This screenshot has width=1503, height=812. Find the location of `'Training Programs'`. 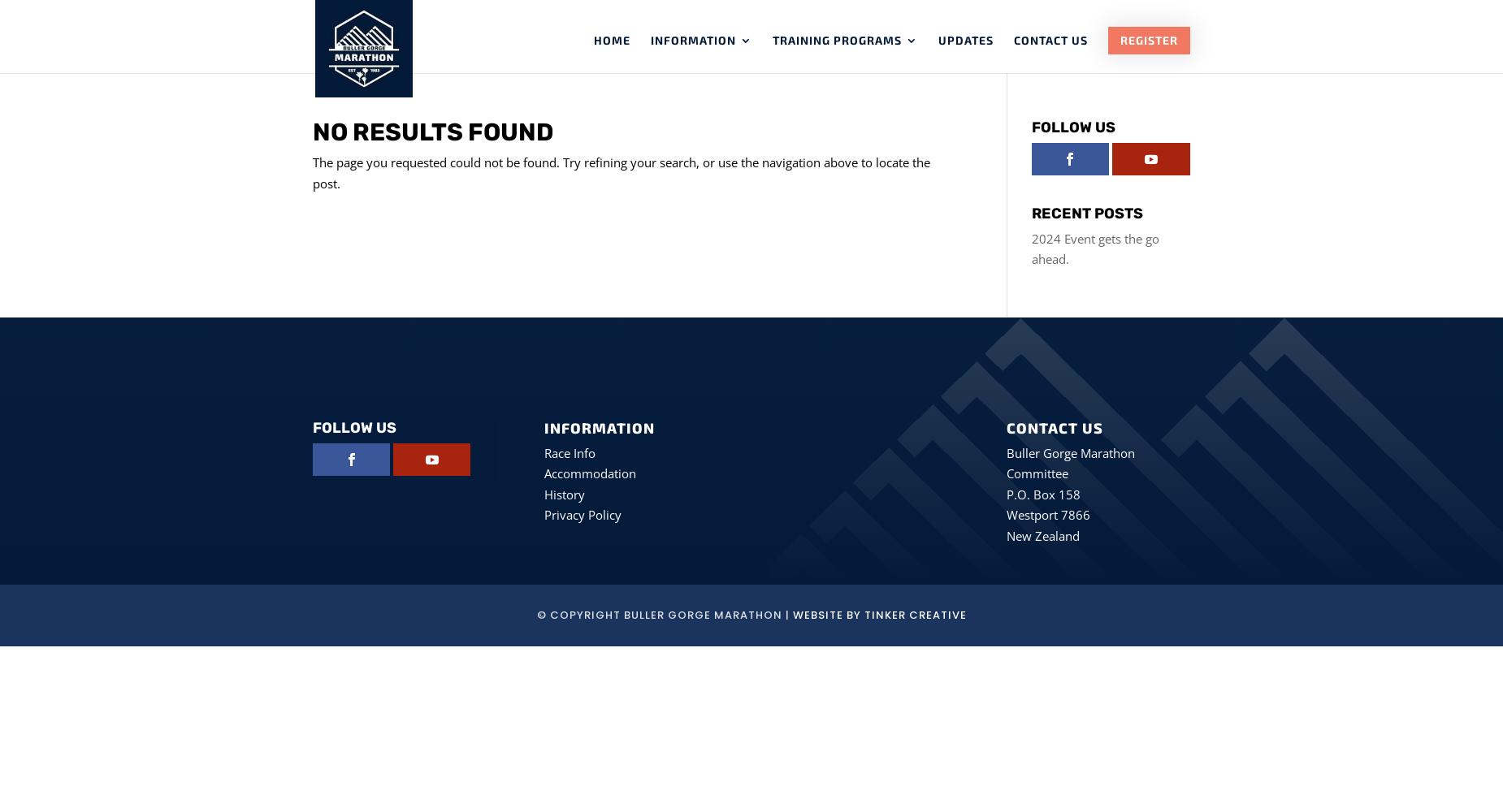

'Training Programs' is located at coordinates (836, 40).